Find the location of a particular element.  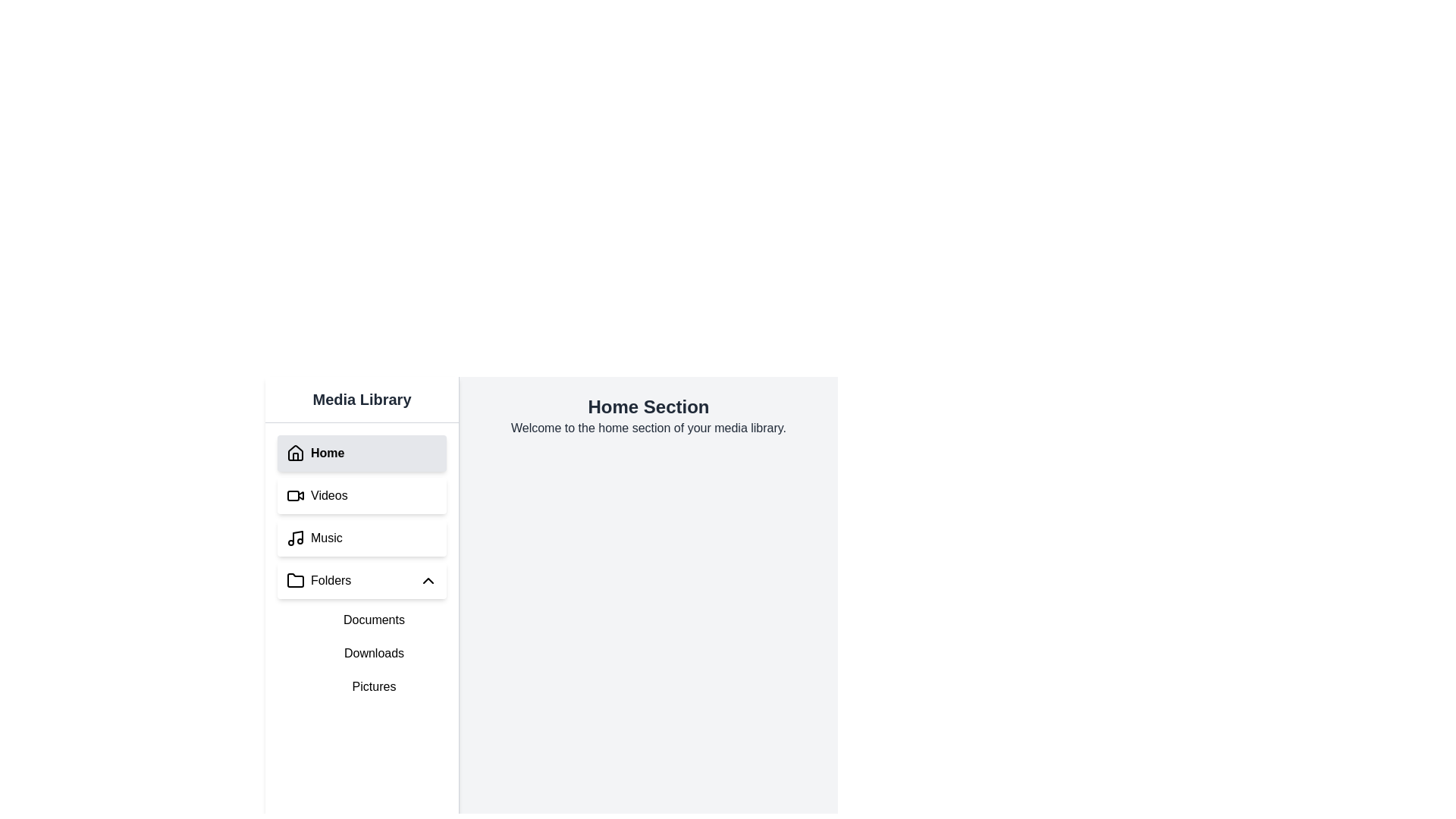

the rectangle within the camera icon, which is part of the visual representation for video content, located to the left of the 'Videos' label in the sidebar's second option is located at coordinates (293, 496).